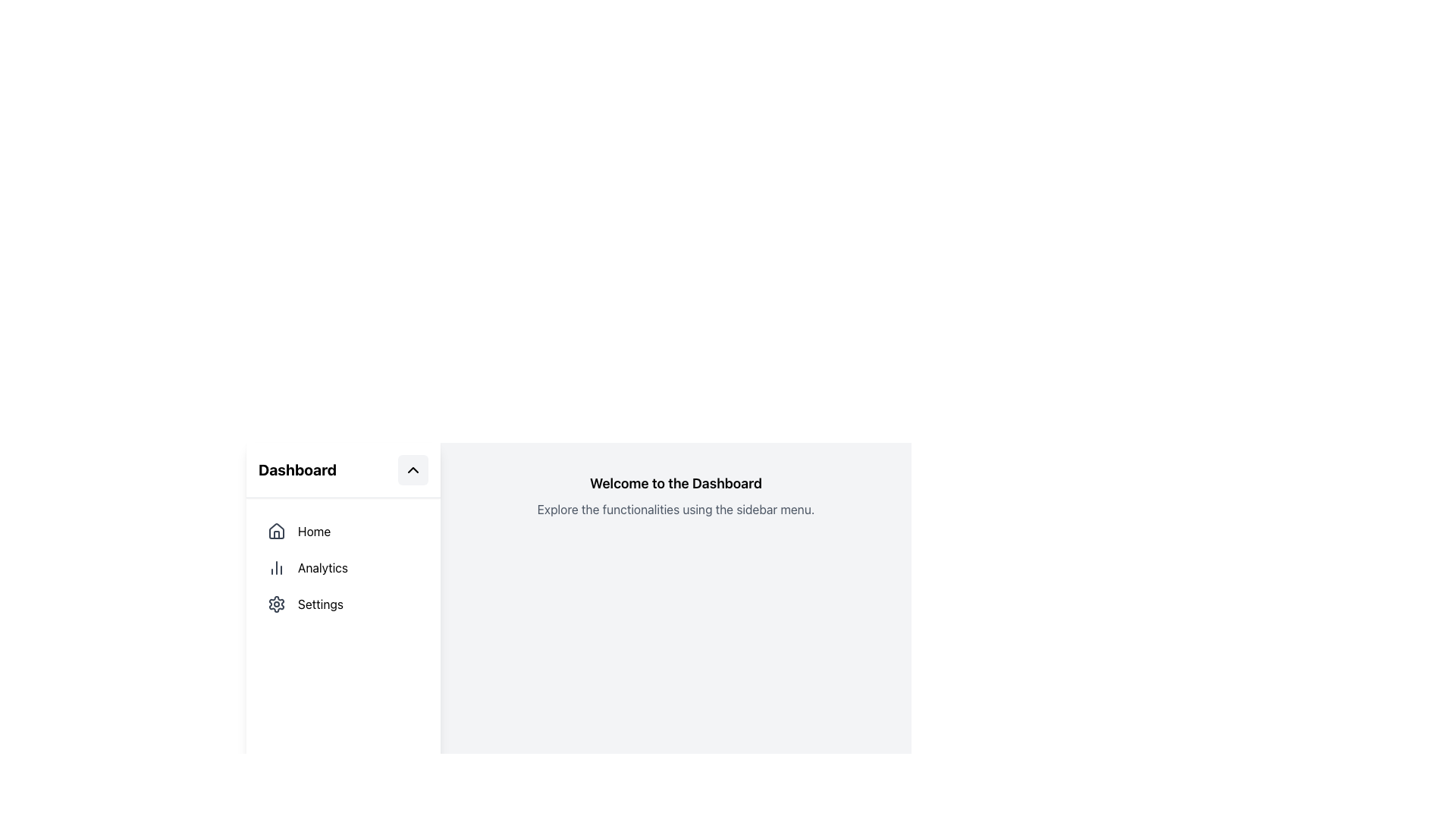 The height and width of the screenshot is (819, 1456). What do you see at coordinates (342, 567) in the screenshot?
I see `the 'Analytics' navigation menu item in the sidebar to activate the hover style` at bounding box center [342, 567].